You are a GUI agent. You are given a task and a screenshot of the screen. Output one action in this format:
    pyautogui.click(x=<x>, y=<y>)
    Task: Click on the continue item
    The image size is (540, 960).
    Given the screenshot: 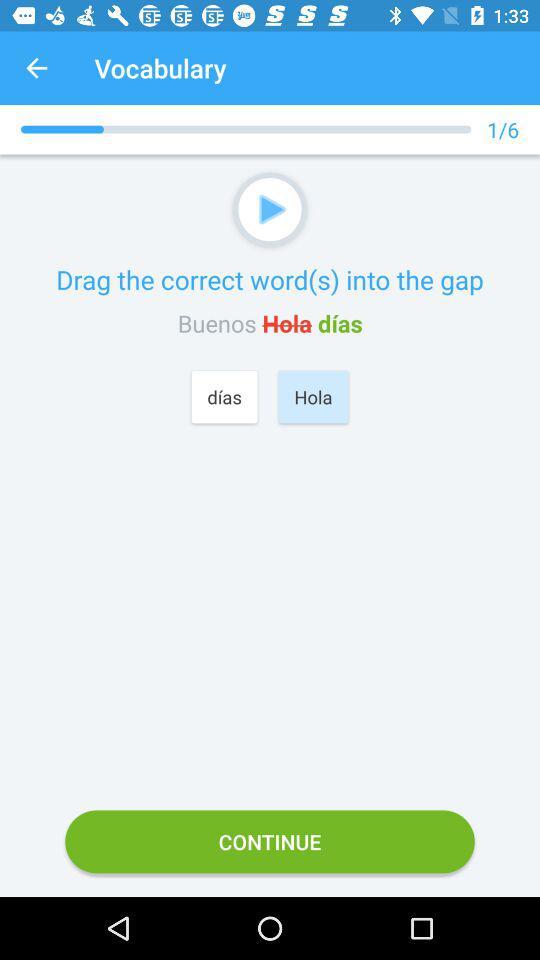 What is the action you would take?
    pyautogui.click(x=270, y=840)
    